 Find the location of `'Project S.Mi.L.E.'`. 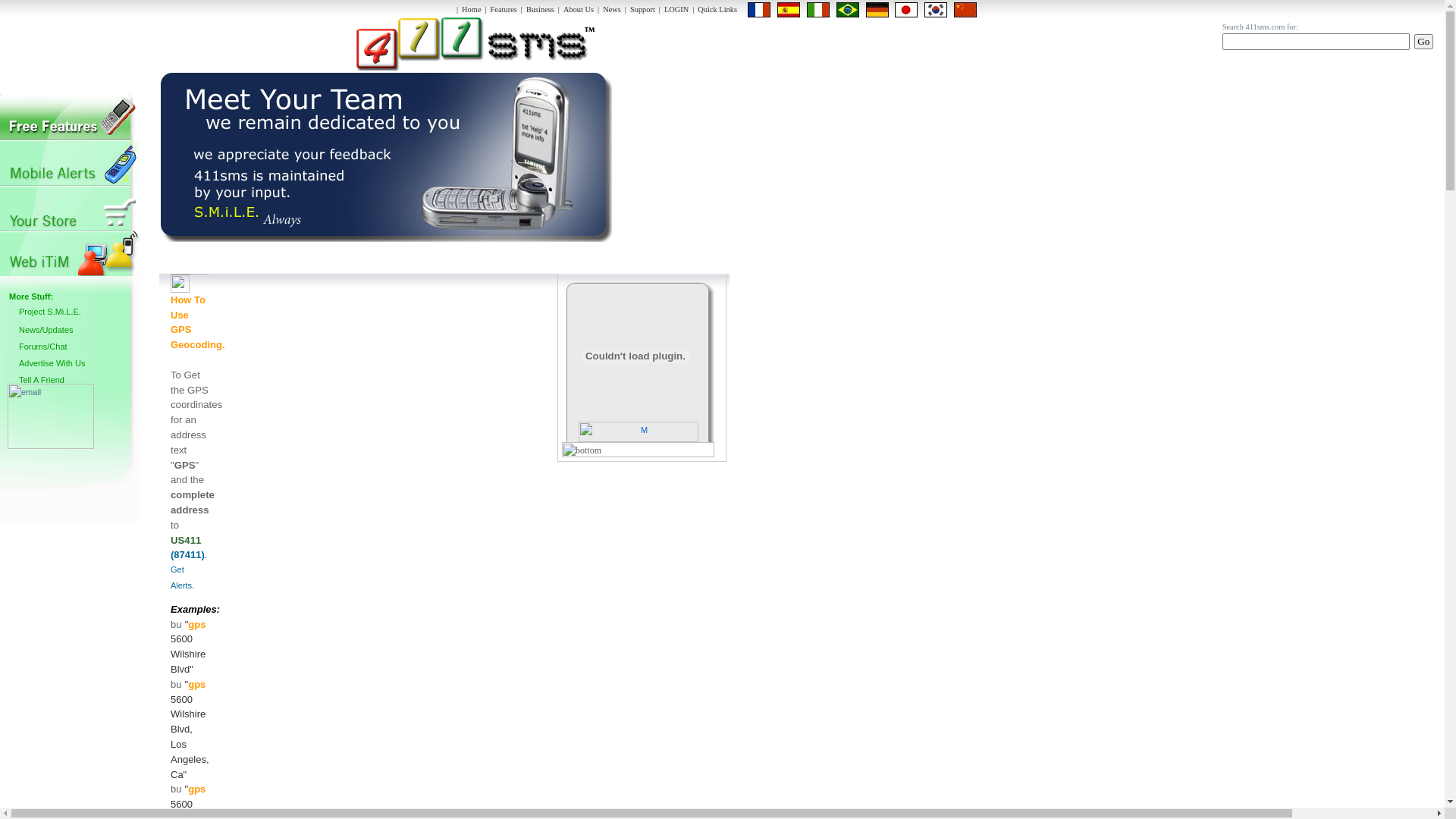

'Project S.Mi.L.E.' is located at coordinates (79, 312).